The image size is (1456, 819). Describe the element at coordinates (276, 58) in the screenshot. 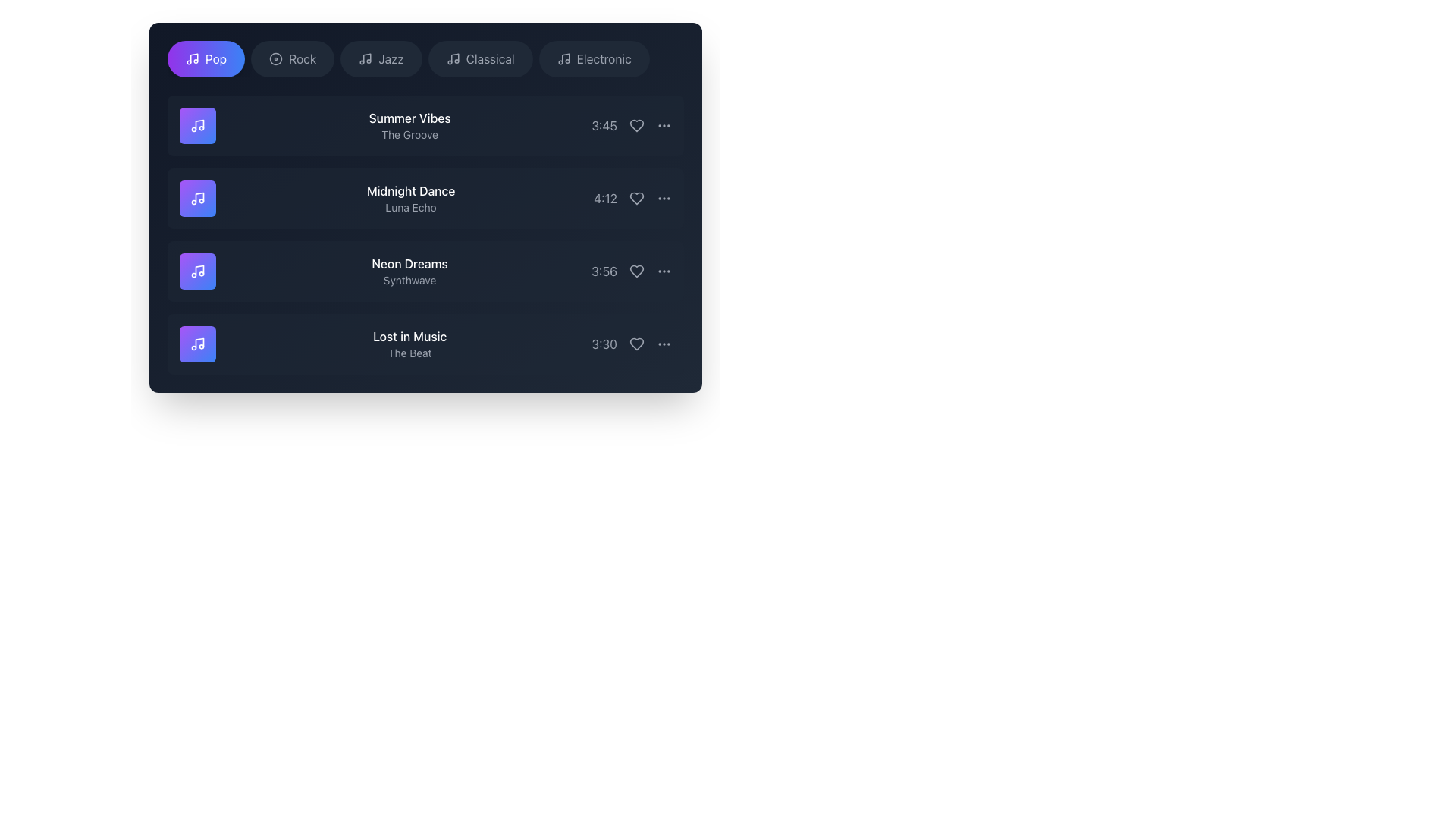

I see `the circular icon representing the 'Rock' music genre located in the second tab of the navigation bar, between the 'Pop' and 'Jazz' tabs` at that location.